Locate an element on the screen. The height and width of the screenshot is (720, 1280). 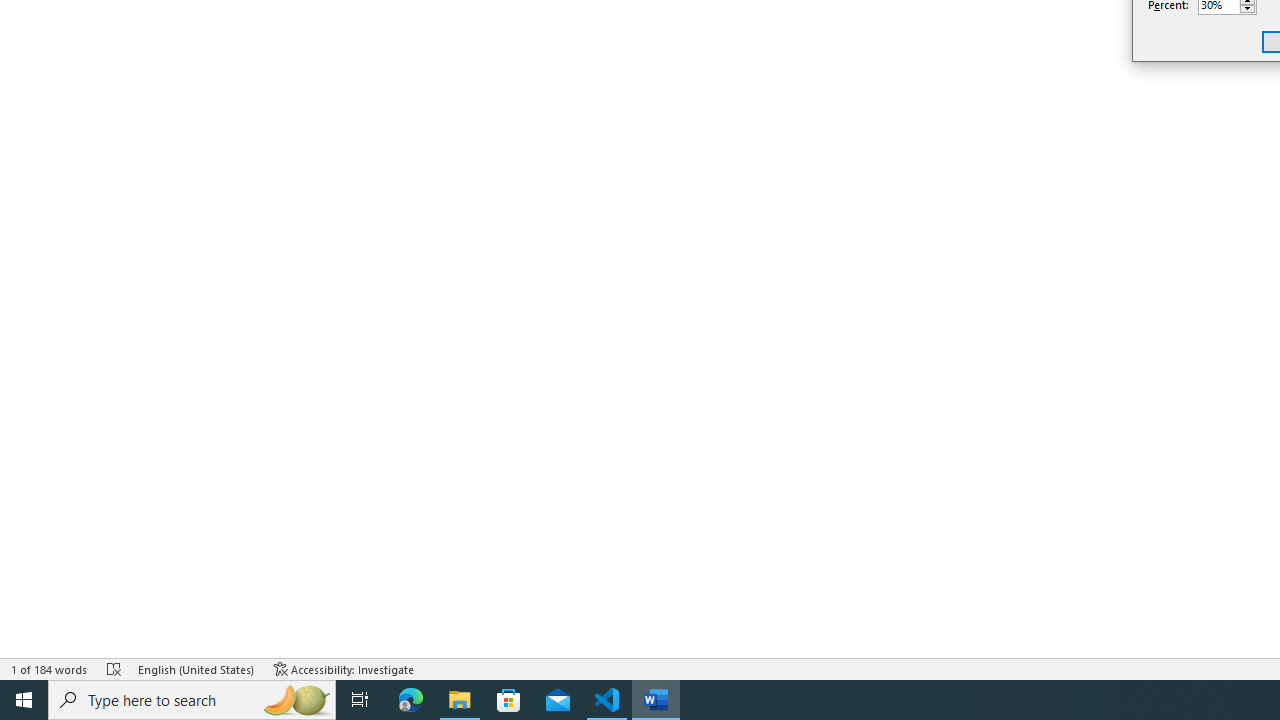
'Word Count 1 of 184 words' is located at coordinates (49, 669).